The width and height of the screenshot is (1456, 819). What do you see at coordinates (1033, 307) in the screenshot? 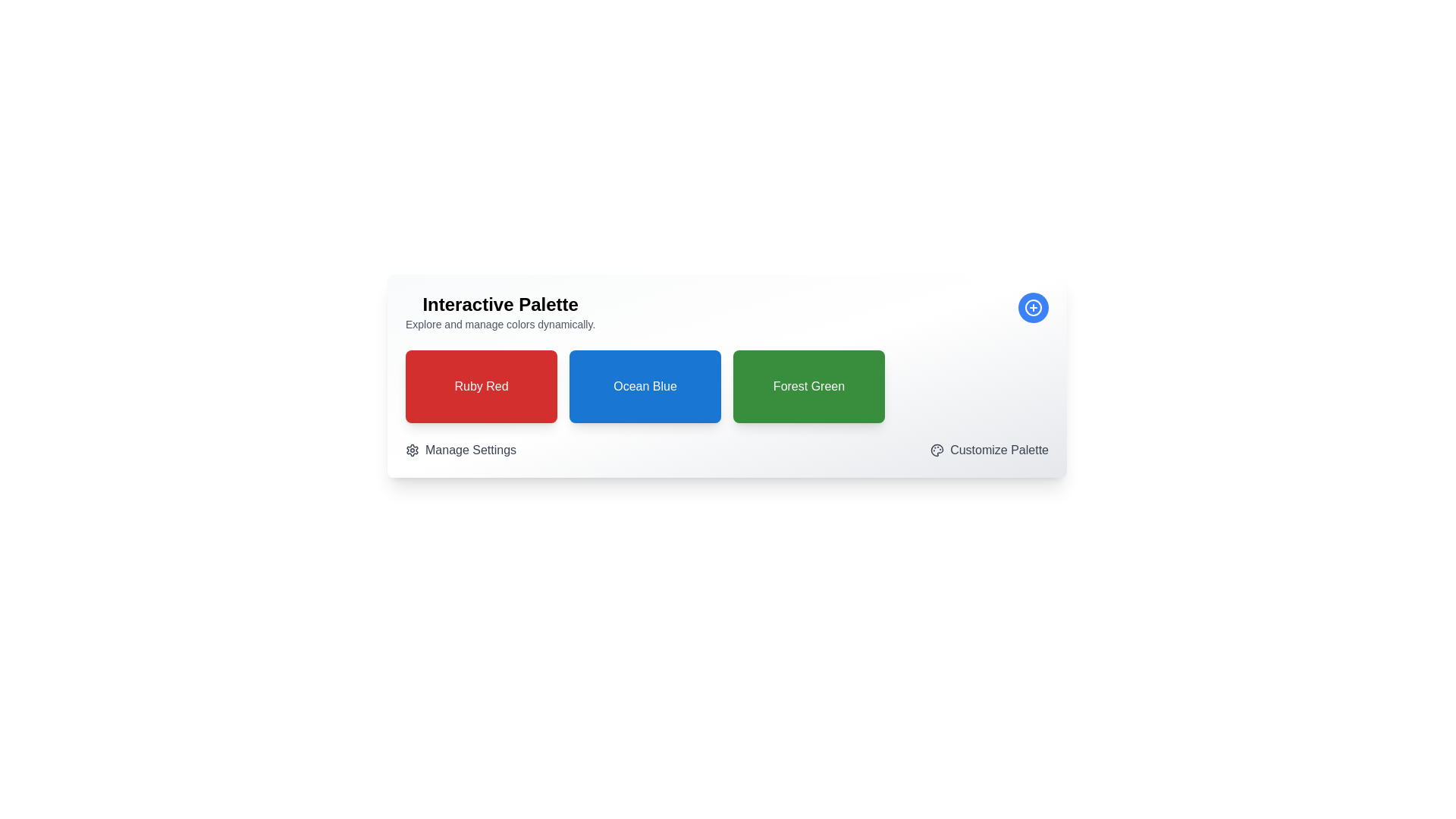
I see `the circular blue button with a white plus icon located at the top-right corner of the 'Interactive Palette' section` at bounding box center [1033, 307].